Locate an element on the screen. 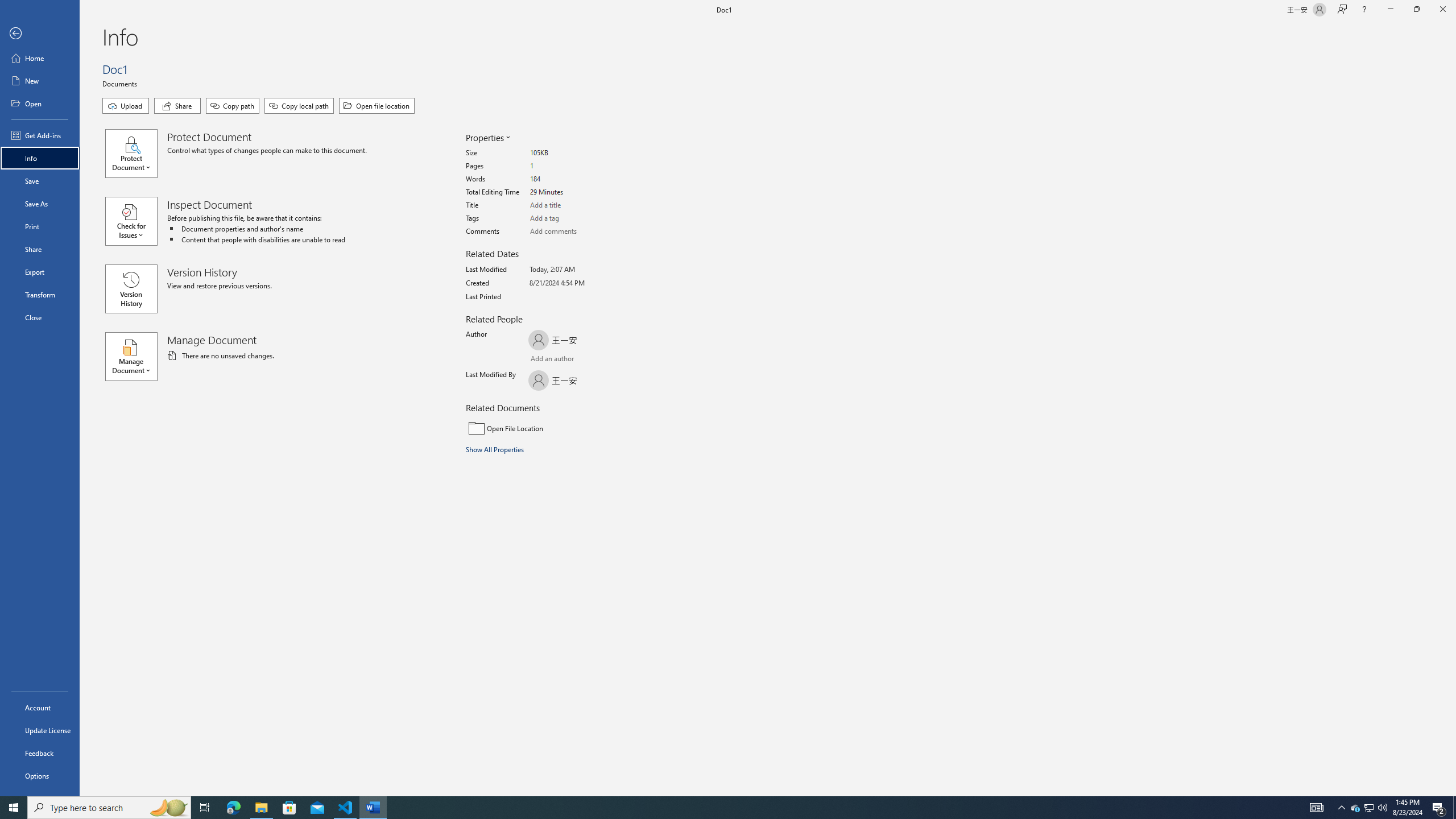  'Upload' is located at coordinates (125, 105).